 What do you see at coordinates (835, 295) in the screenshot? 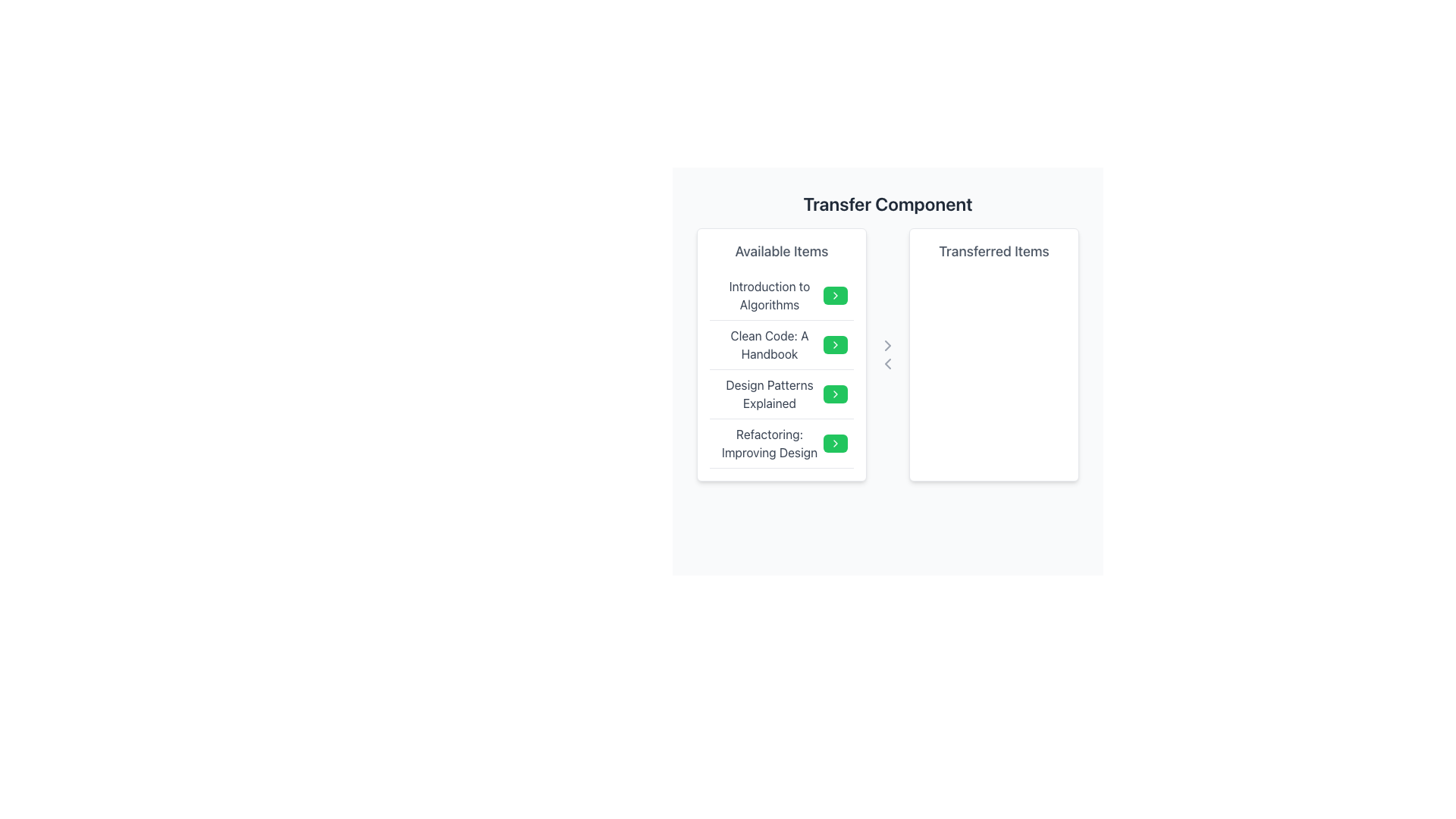
I see `the button icon located to the right of the 'Introduction to Algorithms' text block in the 'Available Items' section for accessibility purposes` at bounding box center [835, 295].